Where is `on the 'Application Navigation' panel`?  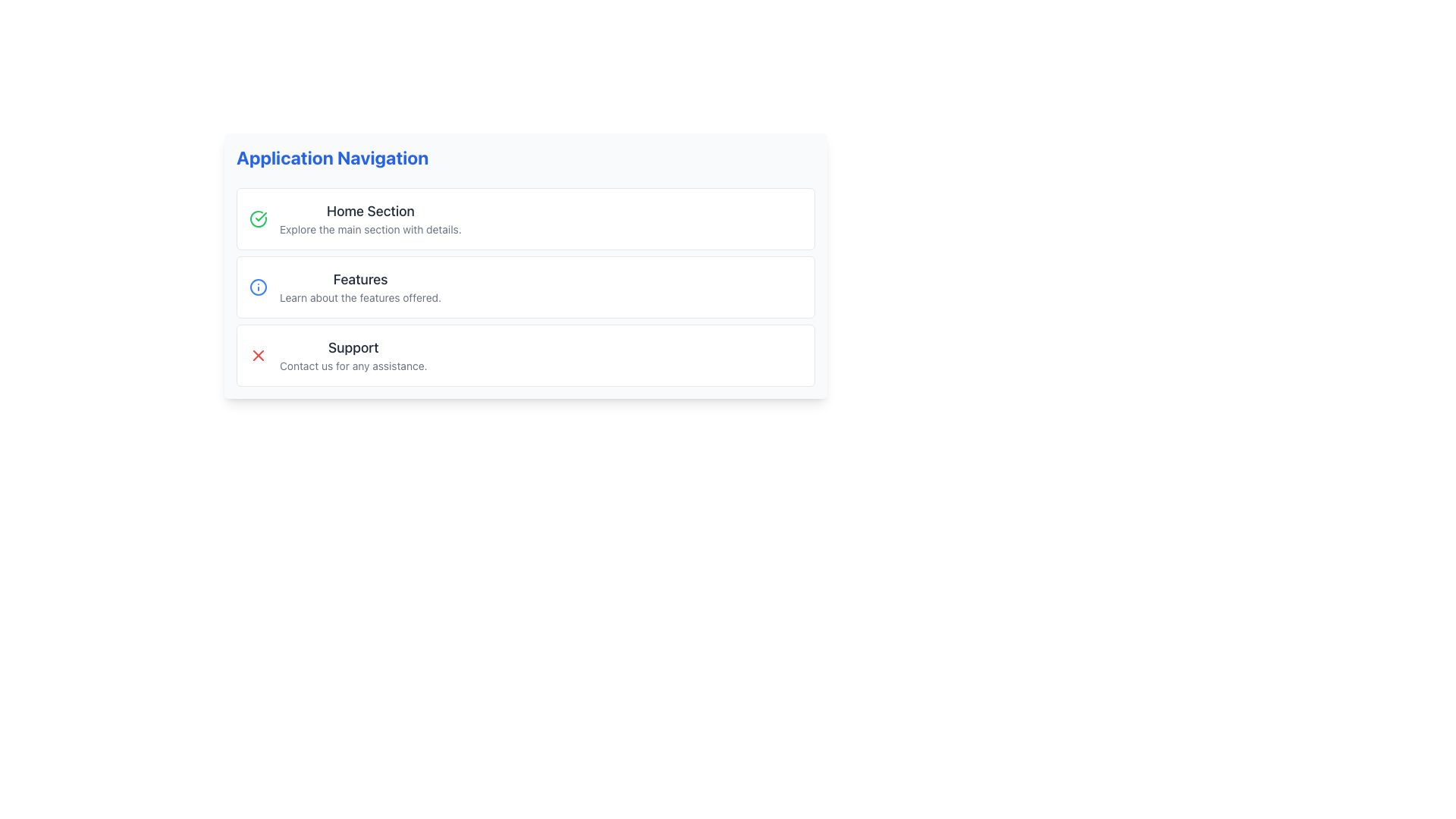 on the 'Application Navigation' panel is located at coordinates (526, 299).